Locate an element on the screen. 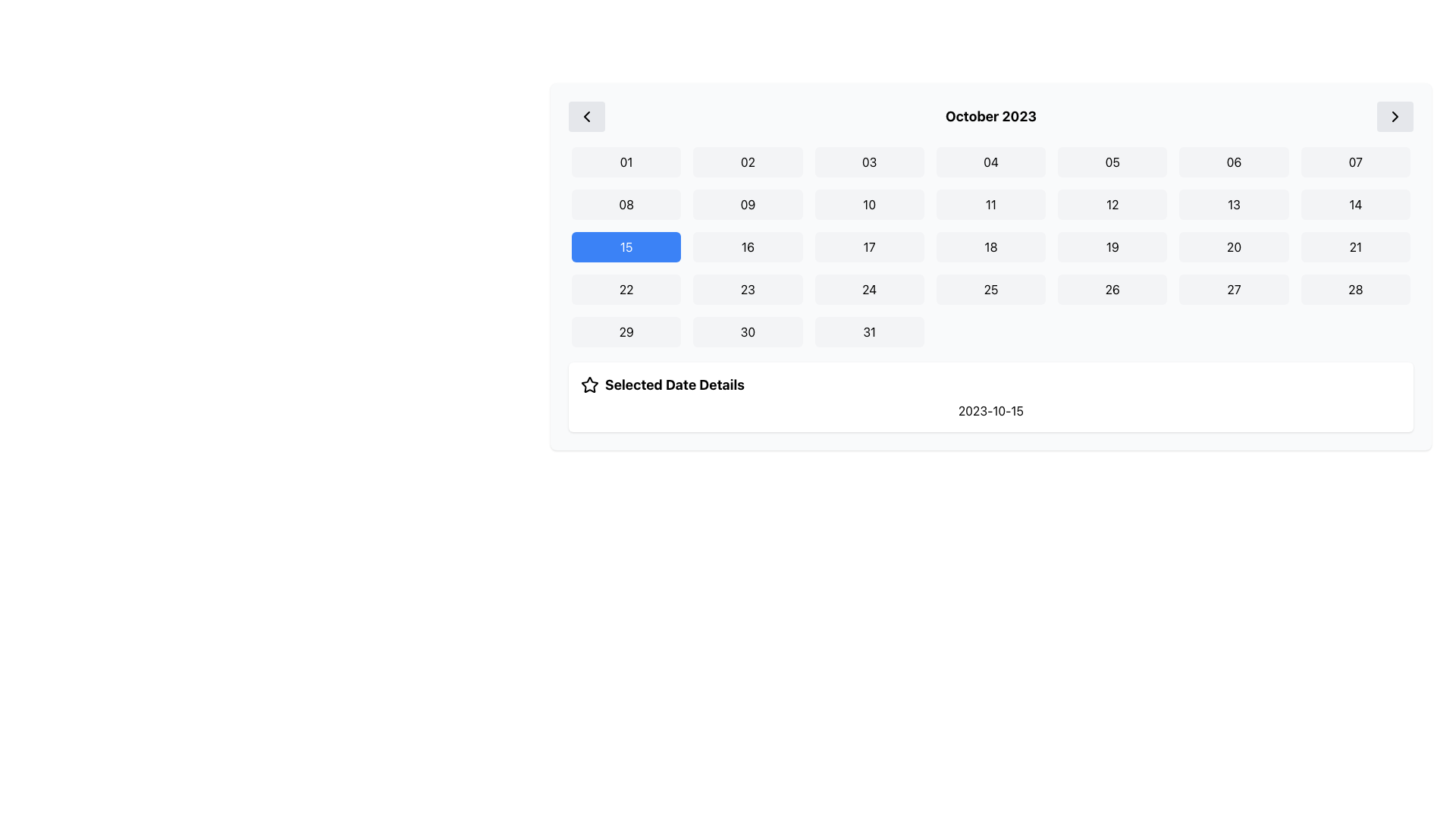  the selectable day button representing the 6th of the month is located at coordinates (1234, 162).